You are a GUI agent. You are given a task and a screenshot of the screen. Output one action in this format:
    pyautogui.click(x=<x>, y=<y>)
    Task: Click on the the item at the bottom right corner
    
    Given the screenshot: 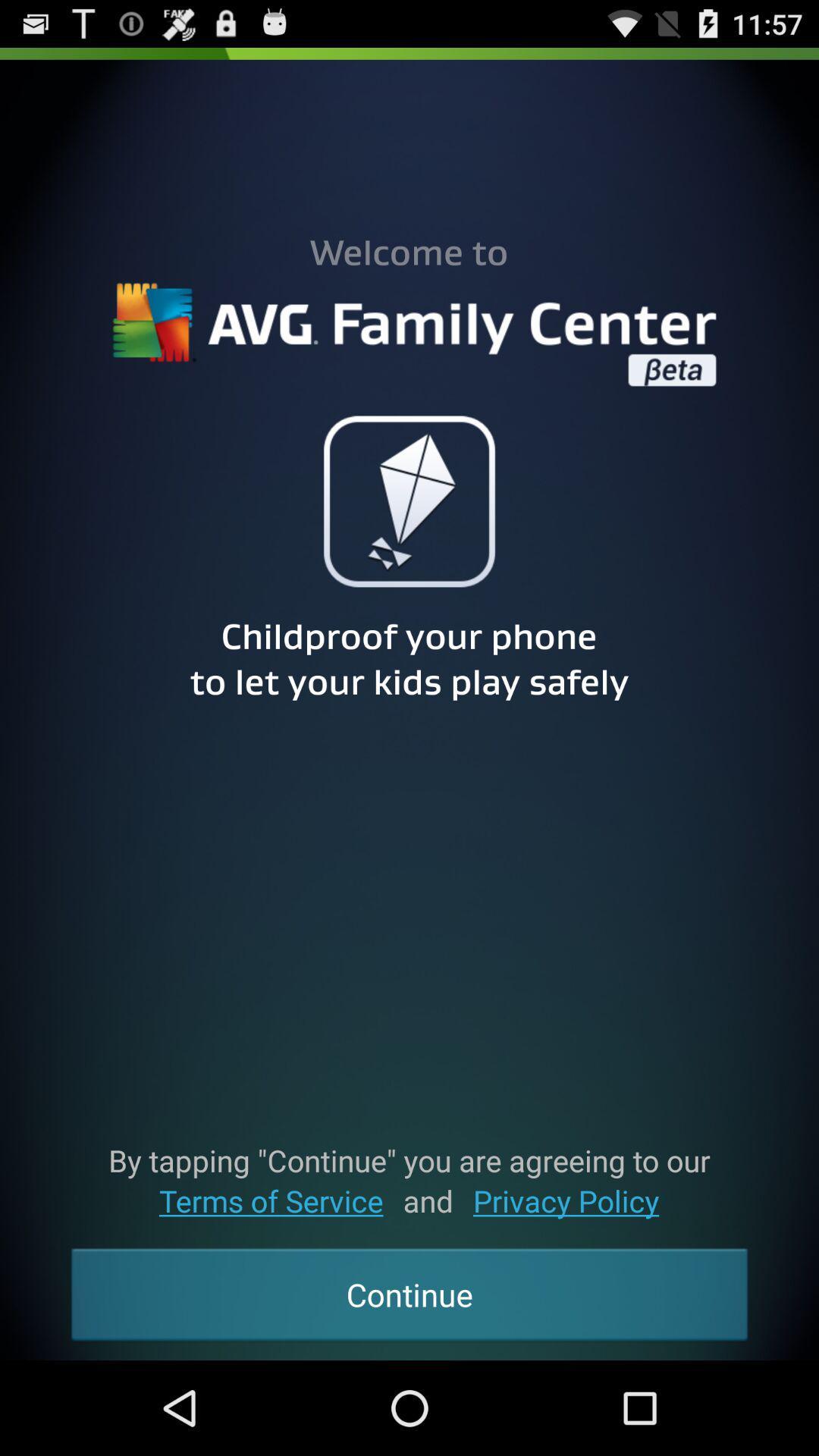 What is the action you would take?
    pyautogui.click(x=566, y=1200)
    